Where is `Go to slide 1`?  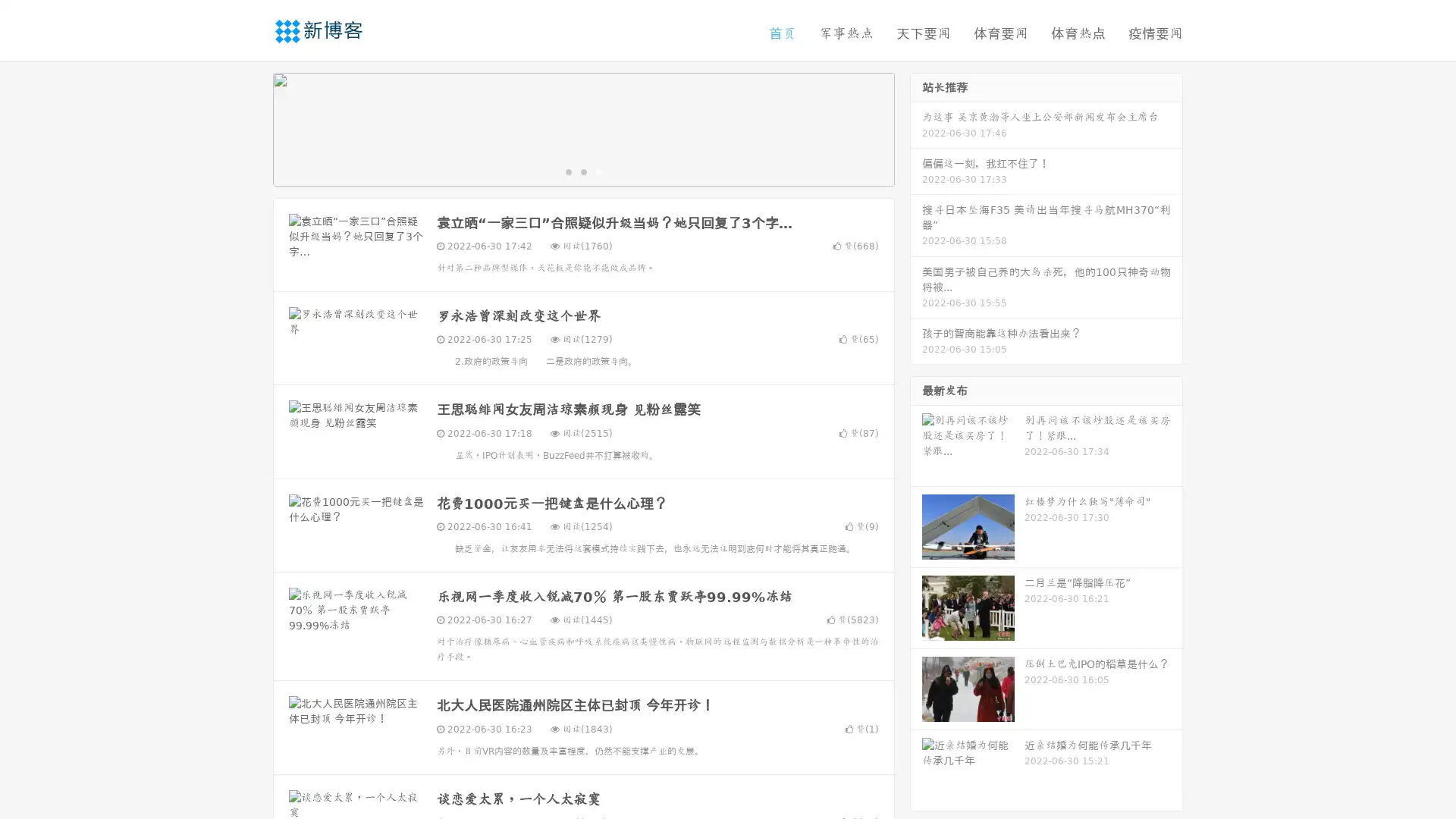
Go to slide 1 is located at coordinates (567, 171).